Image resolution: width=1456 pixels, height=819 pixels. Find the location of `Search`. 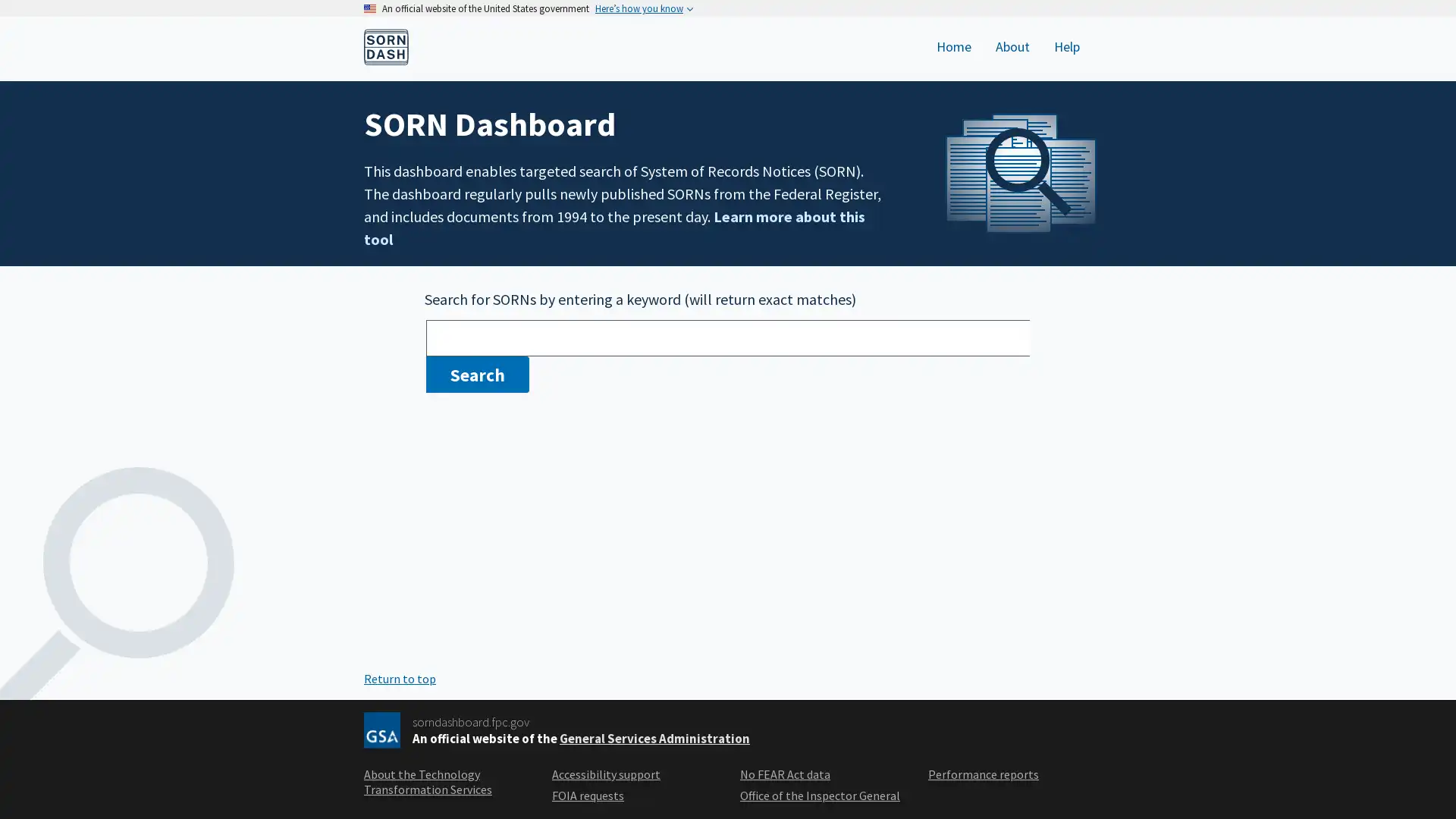

Search is located at coordinates (475, 374).